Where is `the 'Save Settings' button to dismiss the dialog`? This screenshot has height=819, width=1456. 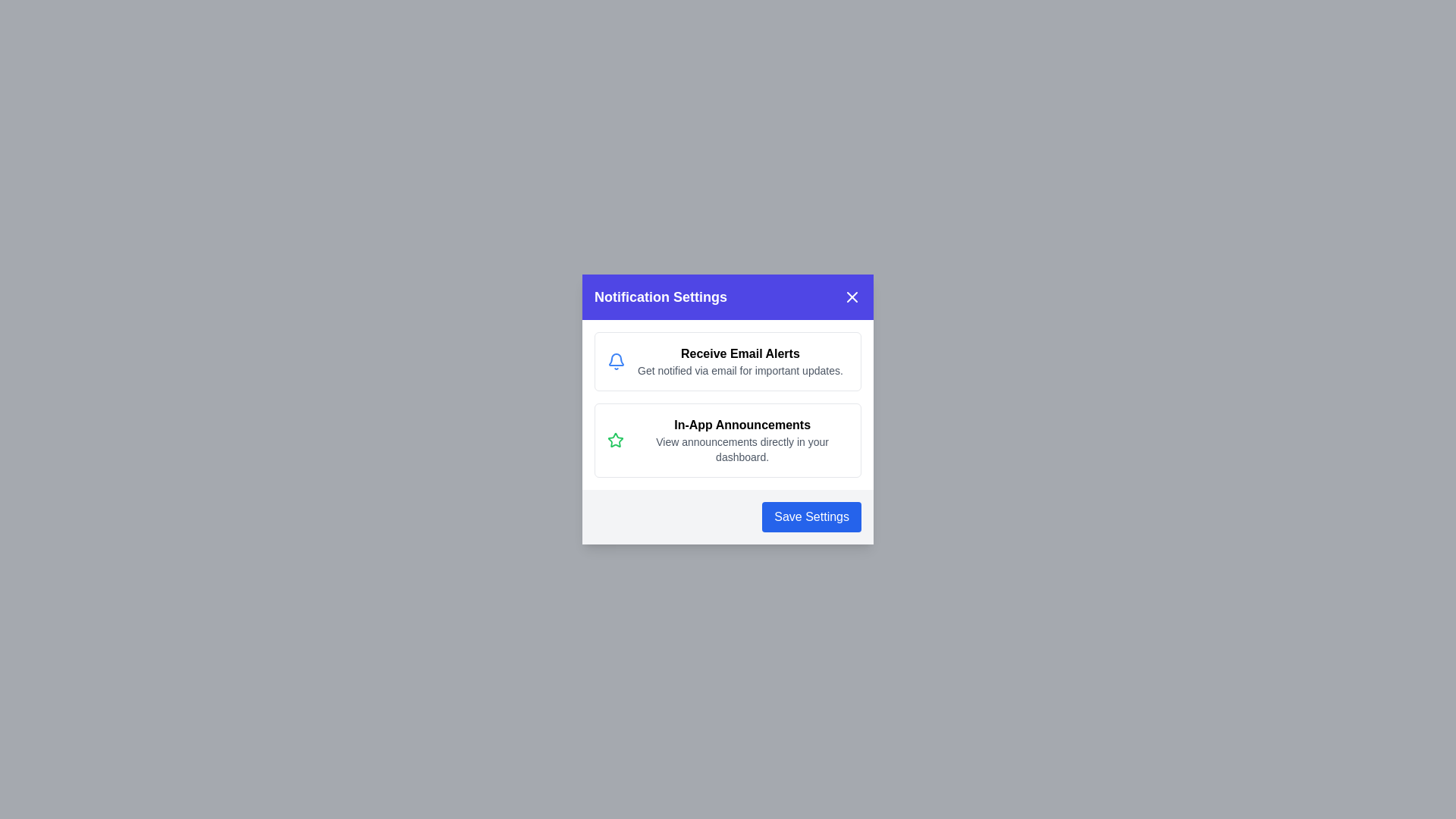 the 'Save Settings' button to dismiss the dialog is located at coordinates (811, 516).